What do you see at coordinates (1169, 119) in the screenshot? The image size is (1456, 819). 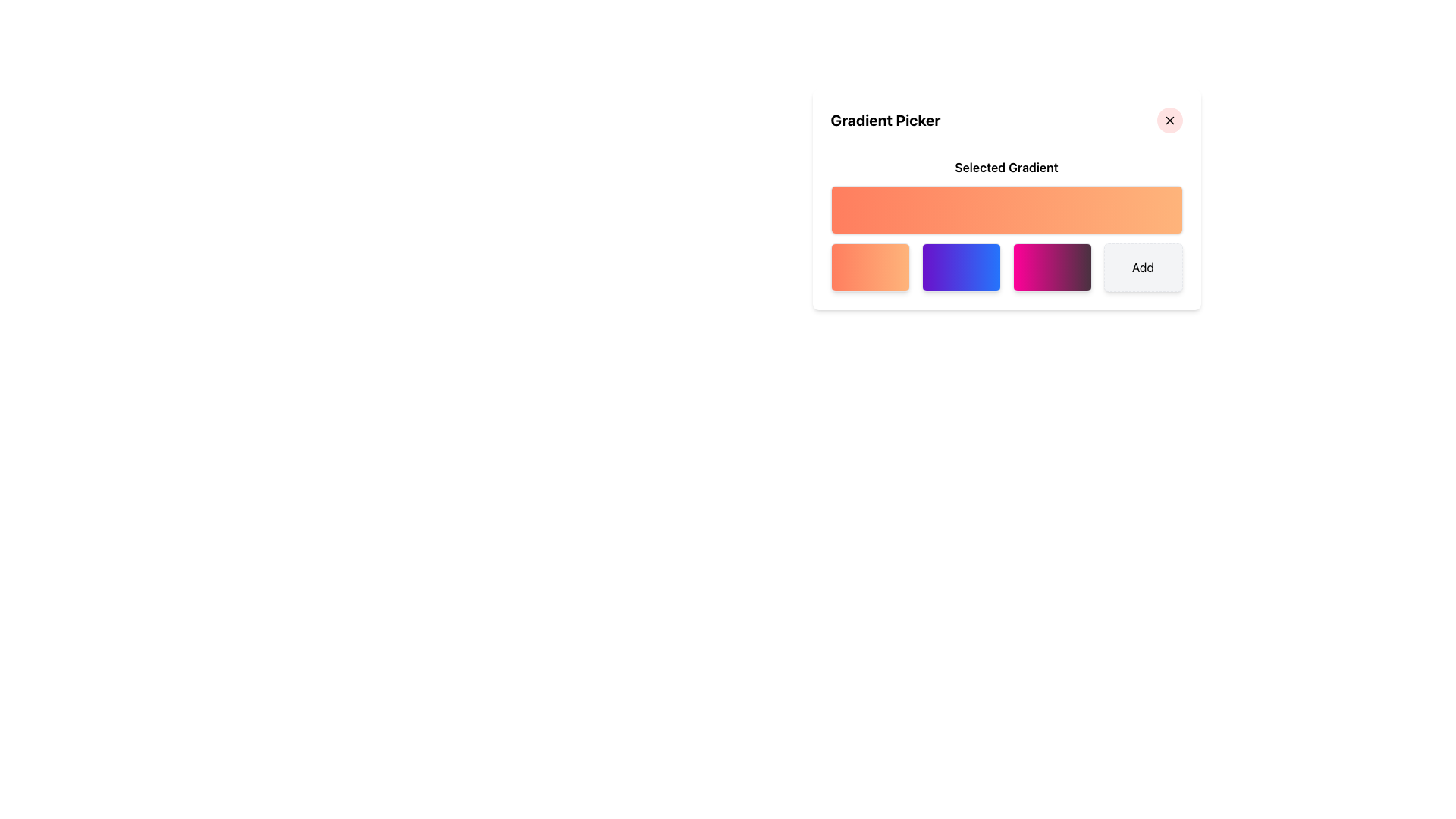 I see `the circular red button with an 'X' icon in the top-right corner of the 'Gradient Picker' to observe the visual change when hovered` at bounding box center [1169, 119].